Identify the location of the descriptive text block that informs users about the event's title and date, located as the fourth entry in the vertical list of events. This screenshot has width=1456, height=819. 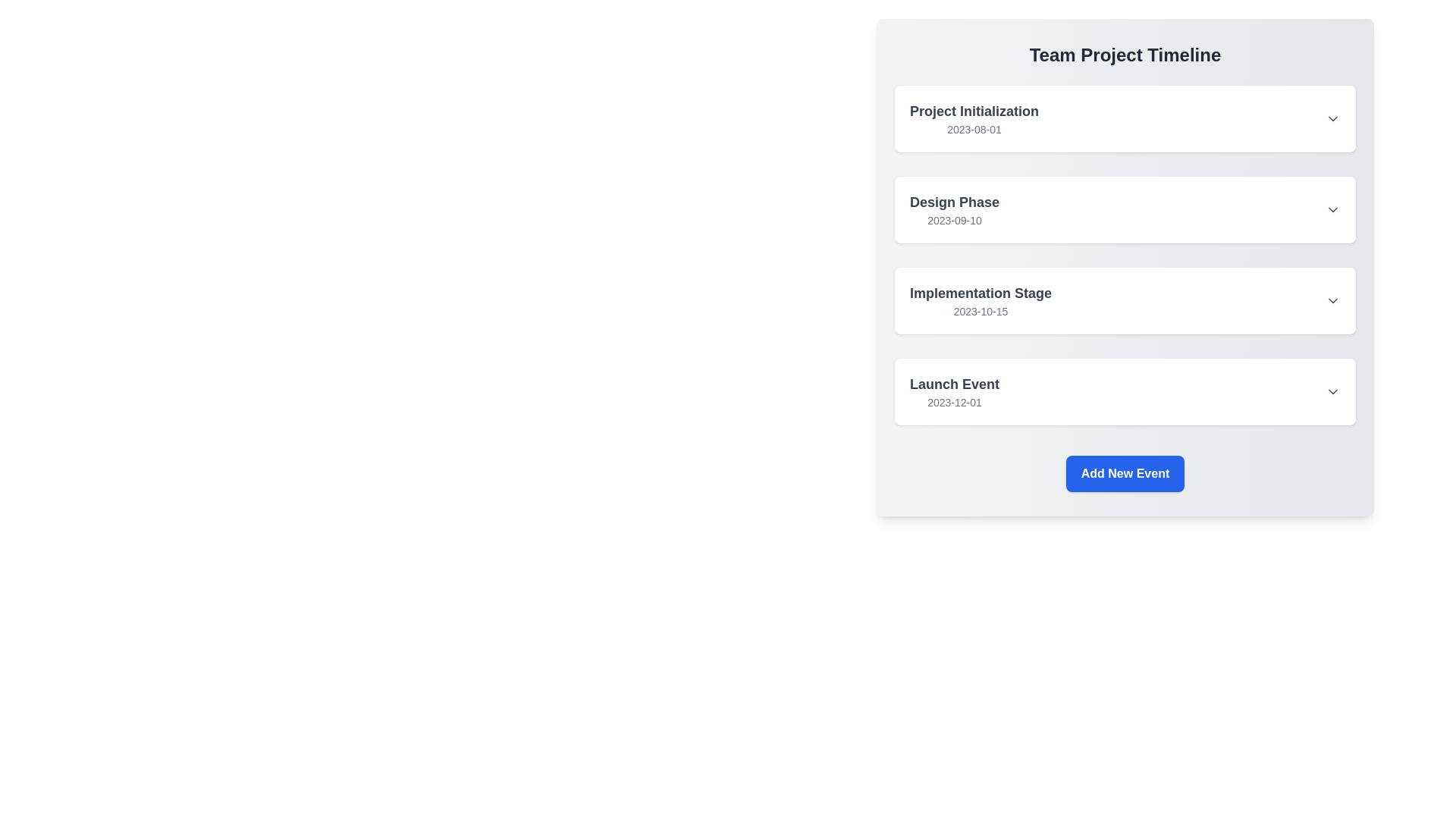
(953, 391).